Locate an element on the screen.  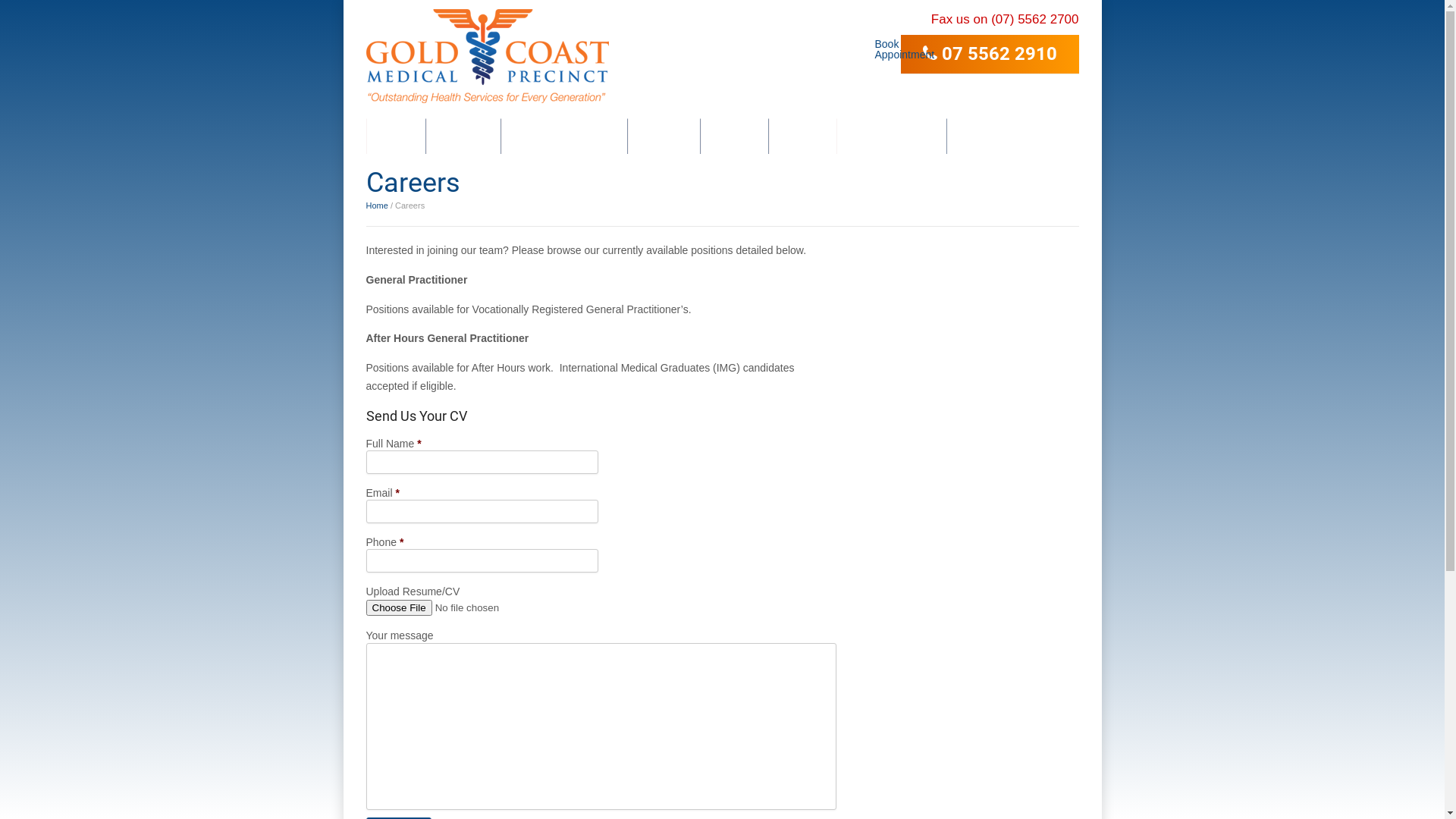
'Home' is located at coordinates (395, 135).